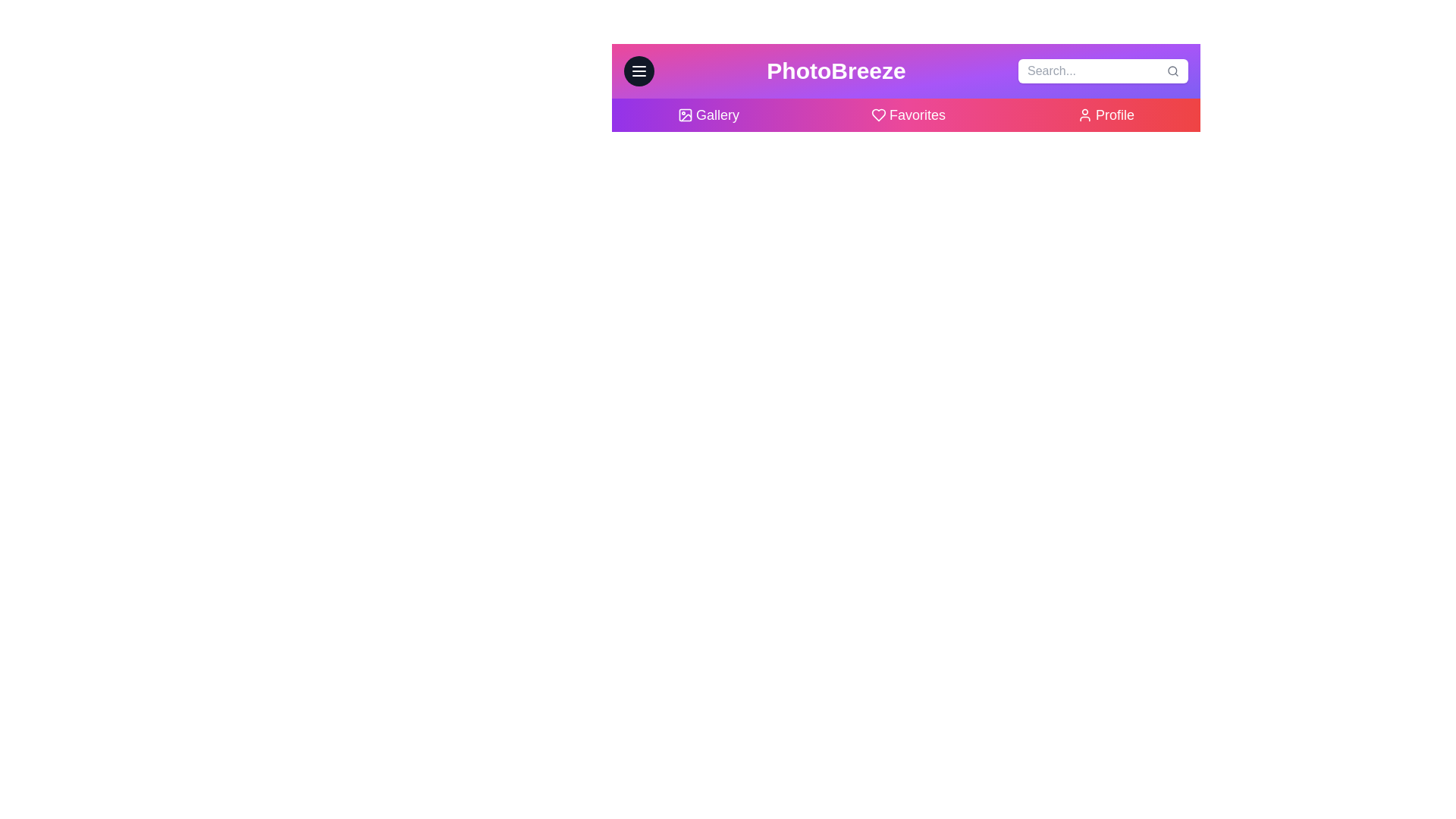 The width and height of the screenshot is (1456, 819). Describe the element at coordinates (1106, 114) in the screenshot. I see `the 'Profile' button to navigate to the Profile section` at that location.